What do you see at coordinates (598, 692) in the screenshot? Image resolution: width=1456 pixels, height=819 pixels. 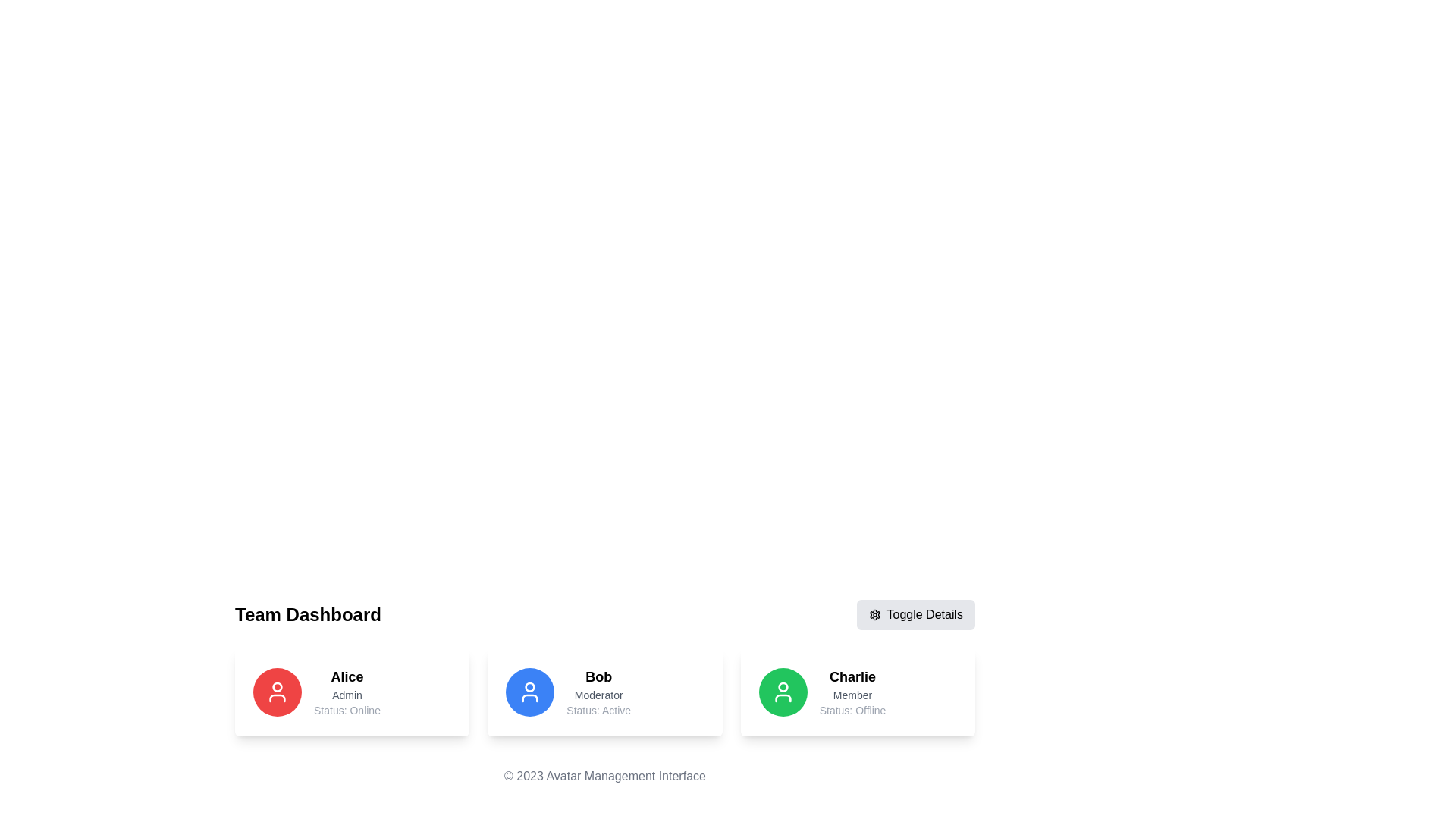 I see `the text block displaying 'Bob' in bold, 'Moderator' in smaller font, and 'Status: Active' in even lighter text, which is centered within Bob's profile card` at bounding box center [598, 692].